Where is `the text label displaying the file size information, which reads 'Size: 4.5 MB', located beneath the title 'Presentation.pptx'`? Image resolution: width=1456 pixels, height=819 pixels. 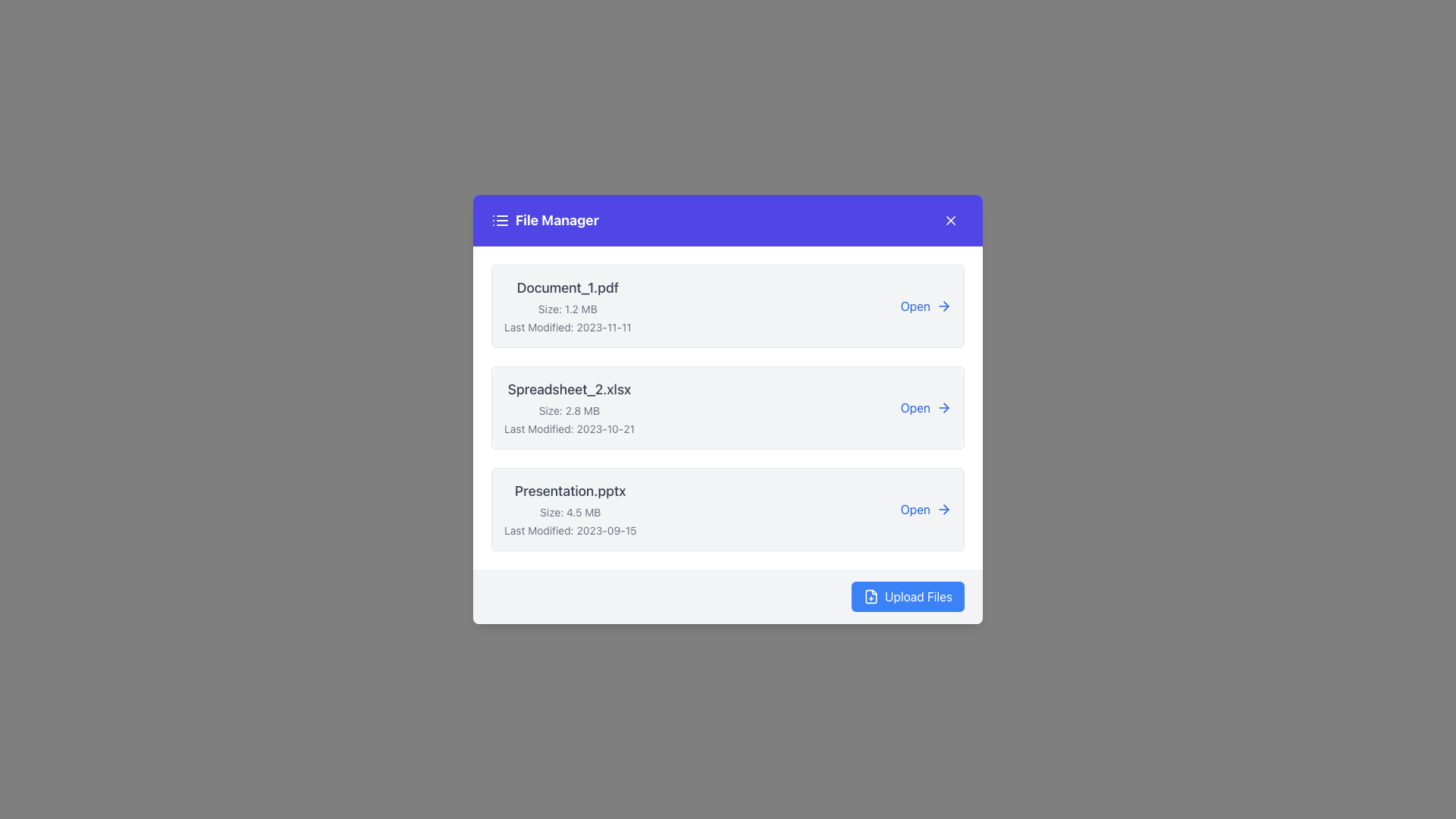 the text label displaying the file size information, which reads 'Size: 4.5 MB', located beneath the title 'Presentation.pptx' is located at coordinates (570, 512).